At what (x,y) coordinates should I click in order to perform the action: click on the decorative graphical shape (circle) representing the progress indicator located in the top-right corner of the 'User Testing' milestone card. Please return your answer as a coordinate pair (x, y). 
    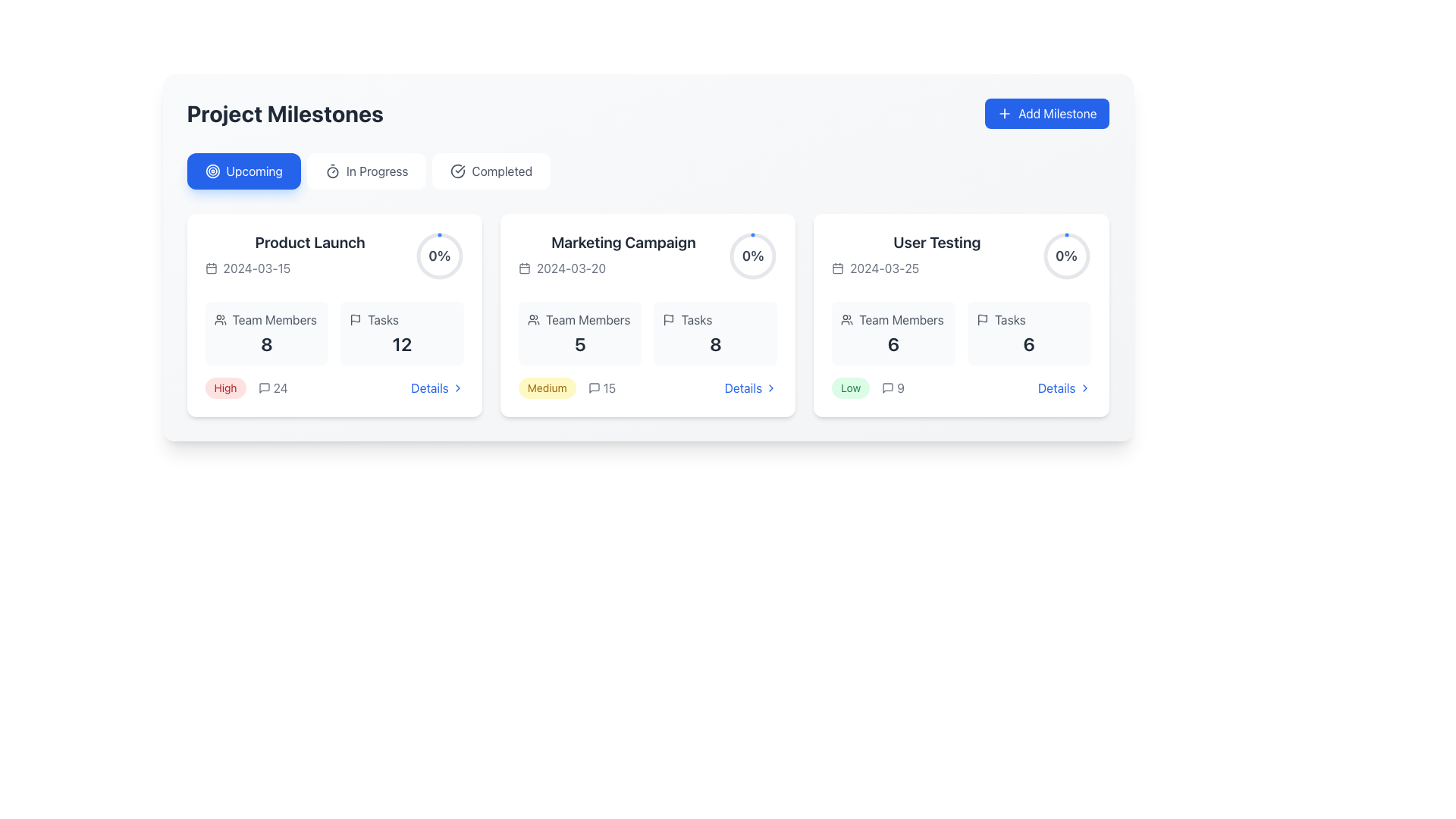
    Looking at the image, I should click on (1065, 256).